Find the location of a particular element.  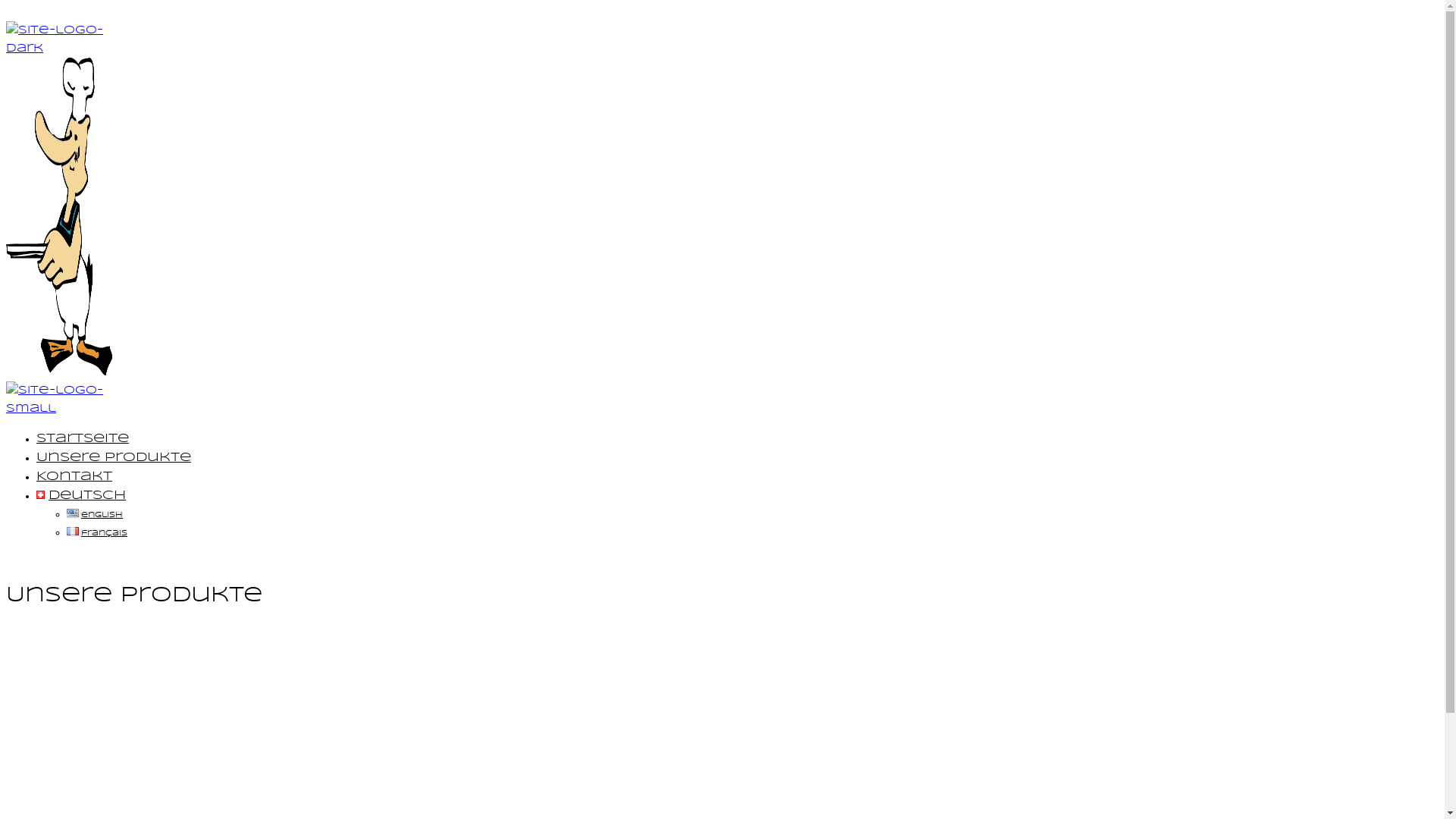

'Kontakt' is located at coordinates (73, 475).